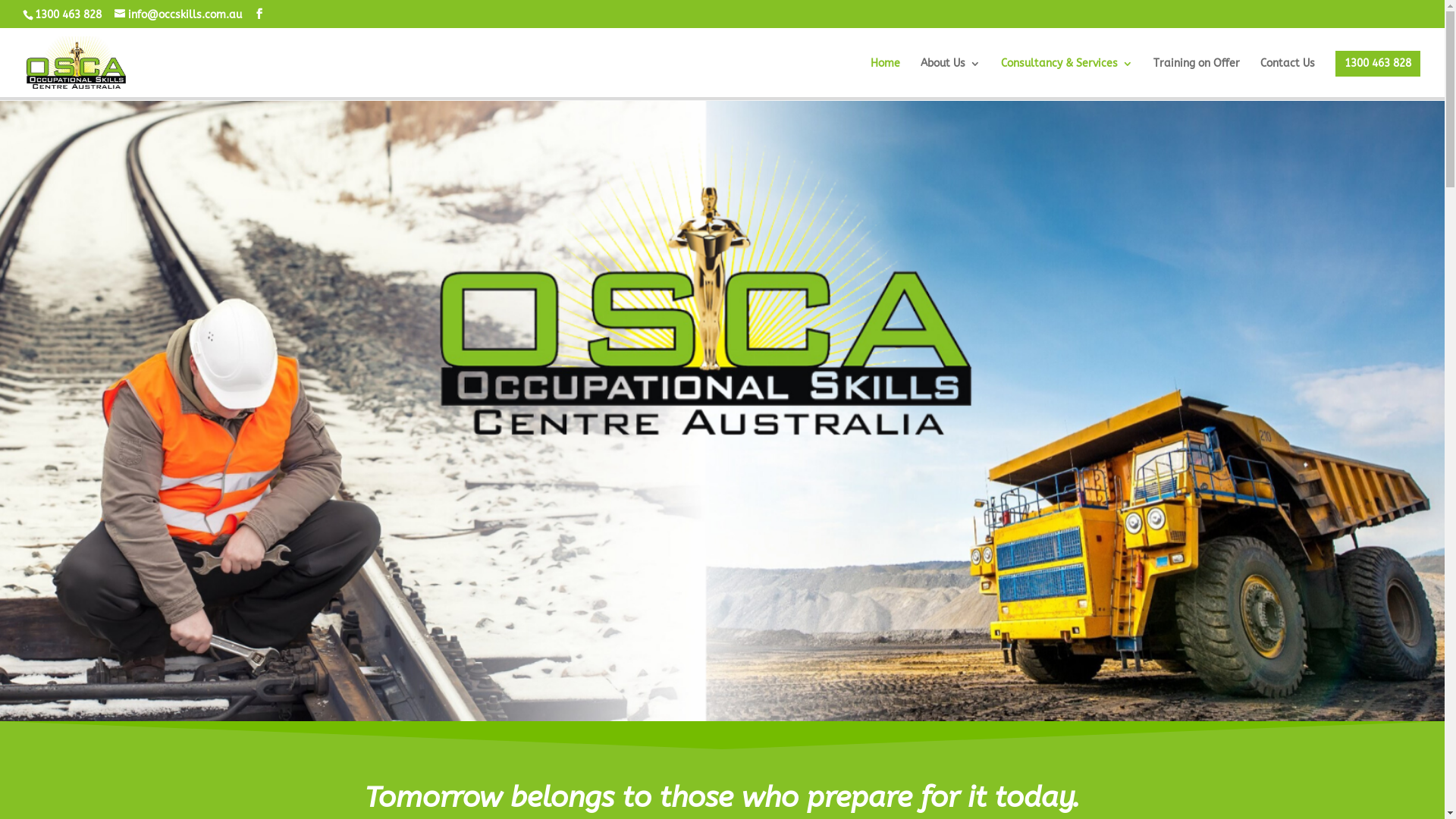 Image resolution: width=1456 pixels, height=819 pixels. Describe the element at coordinates (1378, 63) in the screenshot. I see `'1300 463 828'` at that location.